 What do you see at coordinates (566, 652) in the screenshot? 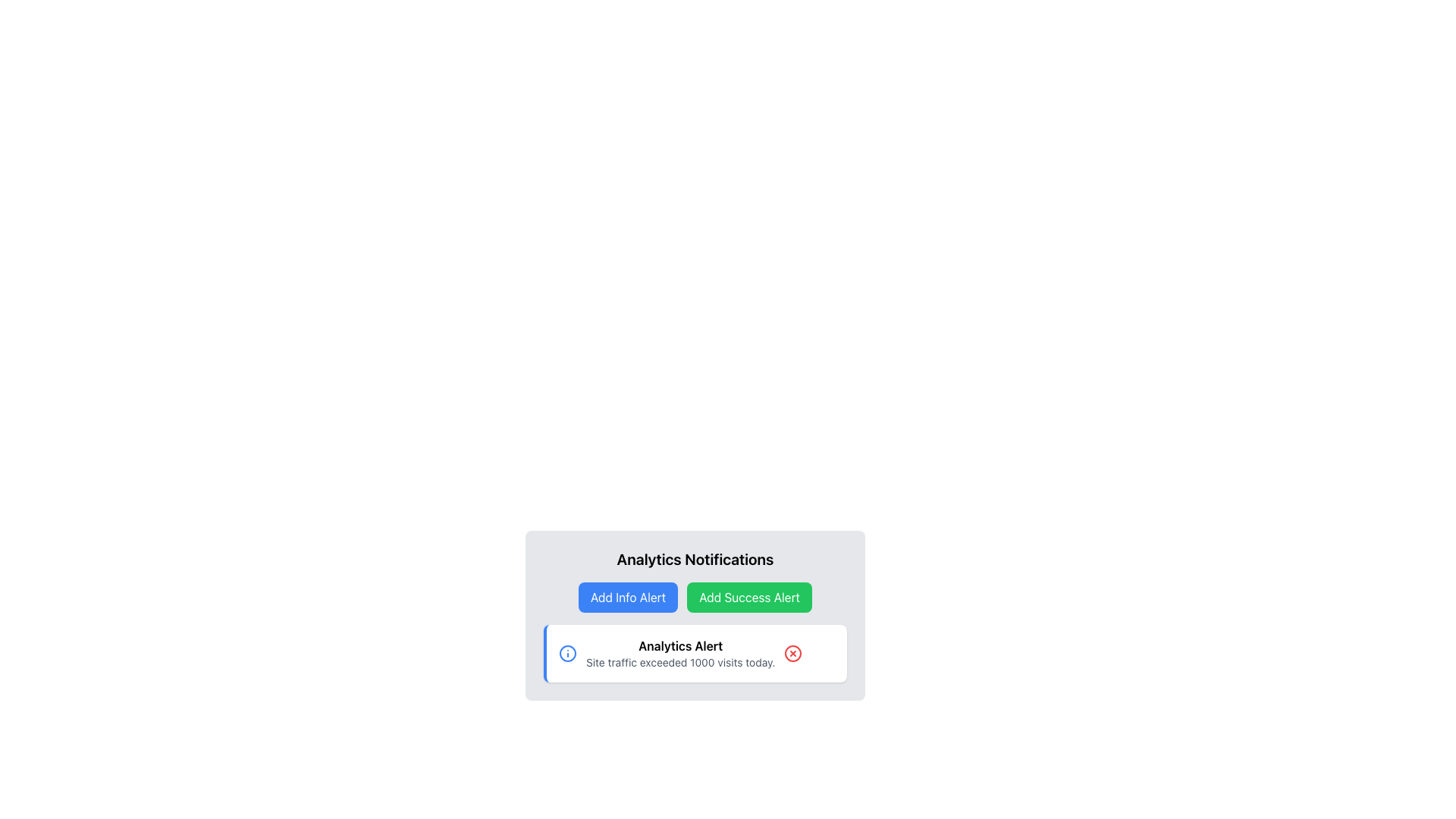
I see `the circular decorative component in the SVG graphic located at the left edge of the alert message box that reads 'Analytics Alert - Site traffic exceeded 1000 visits today.'` at bounding box center [566, 652].